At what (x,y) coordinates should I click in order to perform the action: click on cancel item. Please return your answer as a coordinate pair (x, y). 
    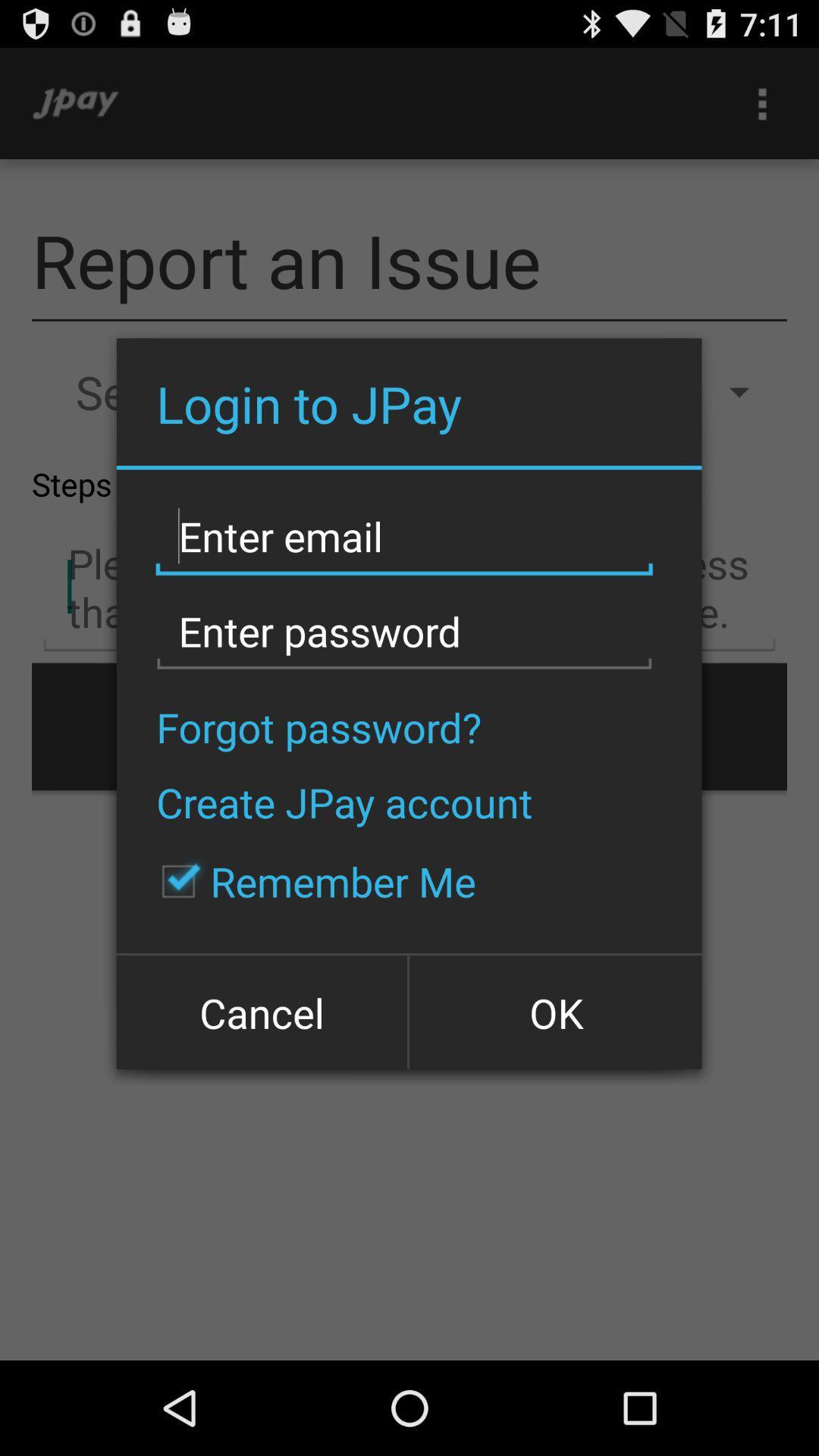
    Looking at the image, I should click on (262, 1011).